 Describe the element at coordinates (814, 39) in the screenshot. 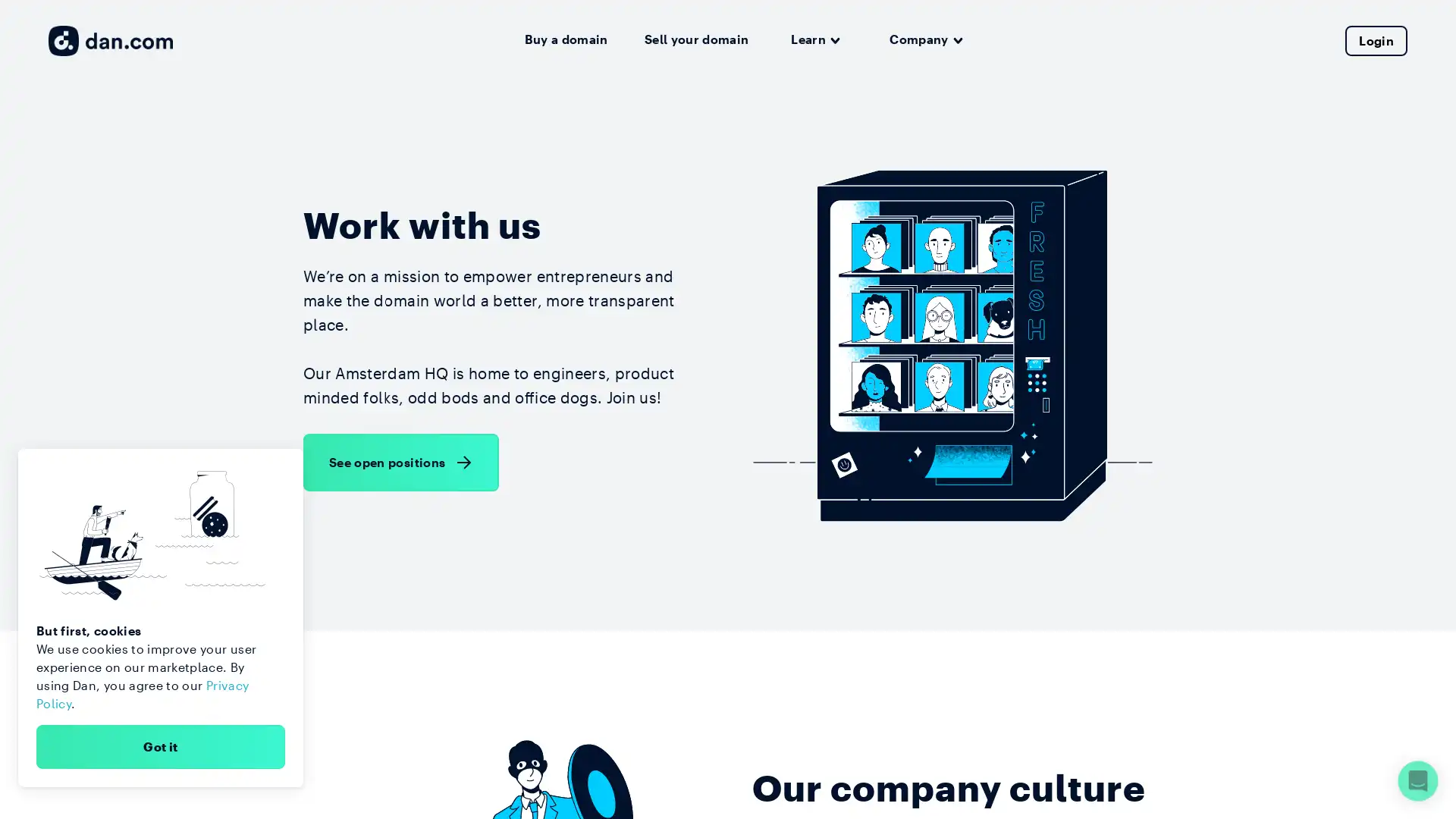

I see `Learn` at that location.